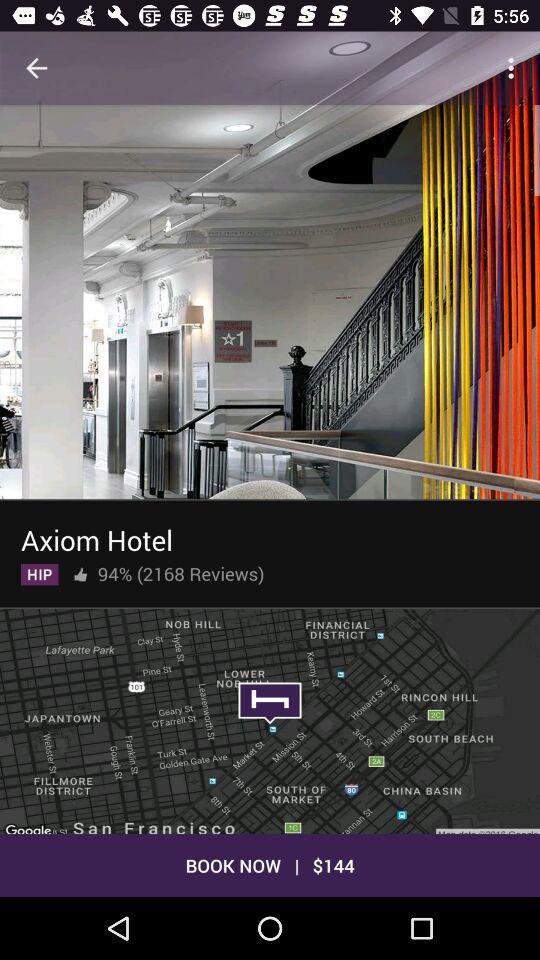 The image size is (540, 960). What do you see at coordinates (79, 570) in the screenshot?
I see `item to the left of 94% (2168 reviews) item` at bounding box center [79, 570].